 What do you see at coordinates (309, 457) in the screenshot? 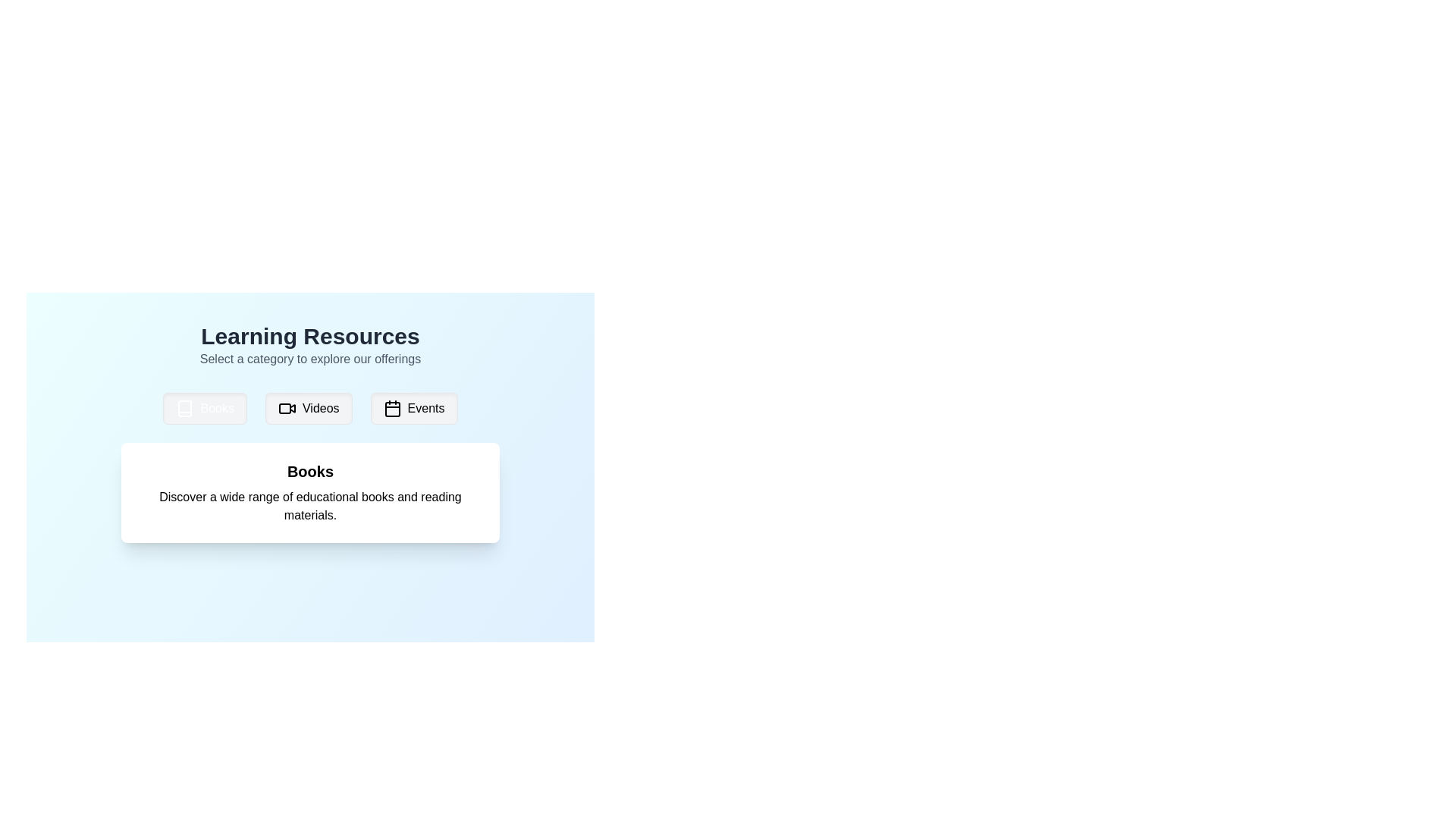
I see `the white rectangular Text card containing the bold 'Books' title and a description of educational books, located in the middle-lower portion of the 'Learning Resources' area` at bounding box center [309, 457].